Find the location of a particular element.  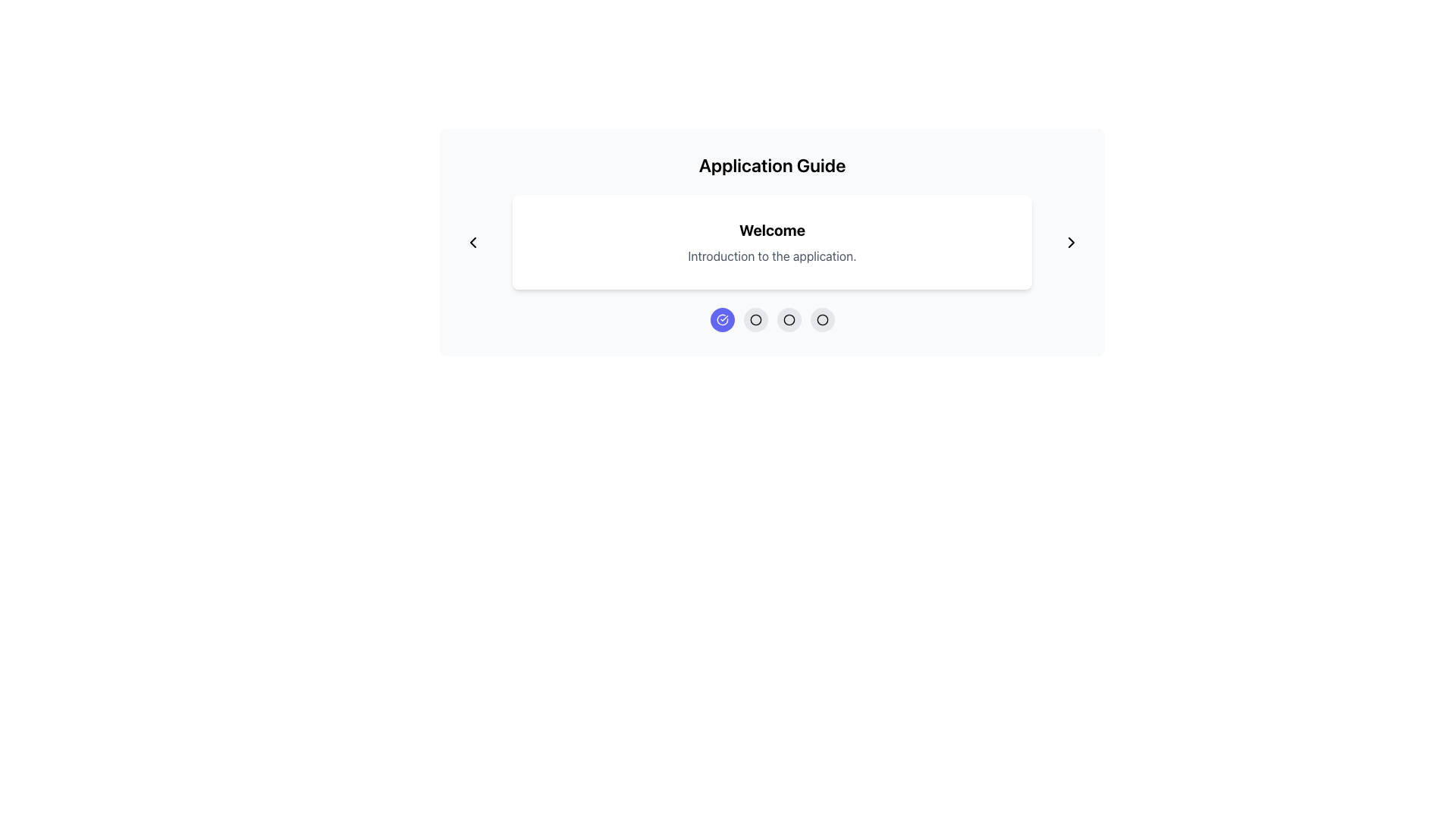

the second circular button located at the bottom center of the interface, just below the 'Welcome' content panel is located at coordinates (755, 318).